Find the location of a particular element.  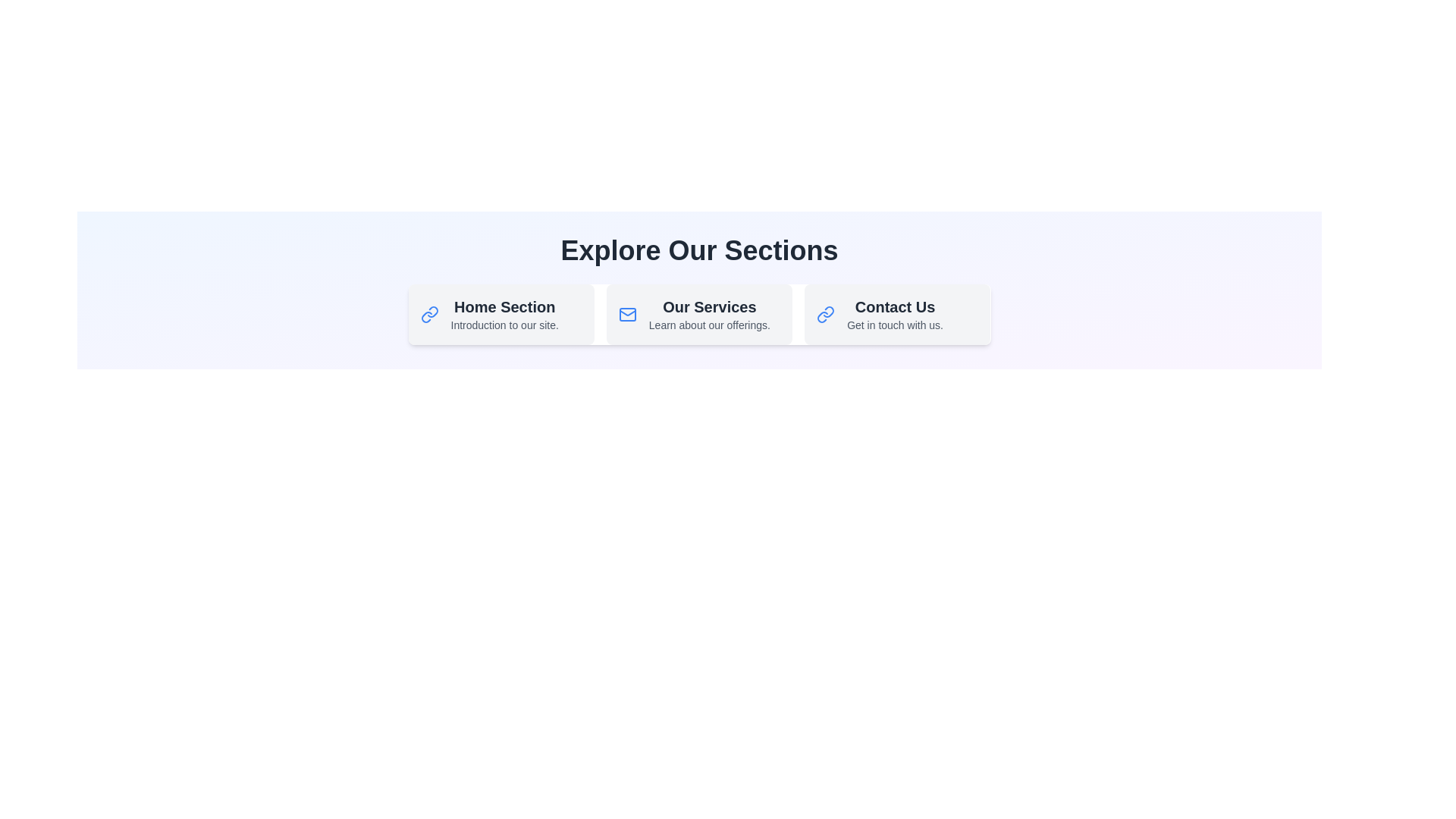

the Information Card with Title and Icon located in the third position of the navigation set is located at coordinates (897, 314).